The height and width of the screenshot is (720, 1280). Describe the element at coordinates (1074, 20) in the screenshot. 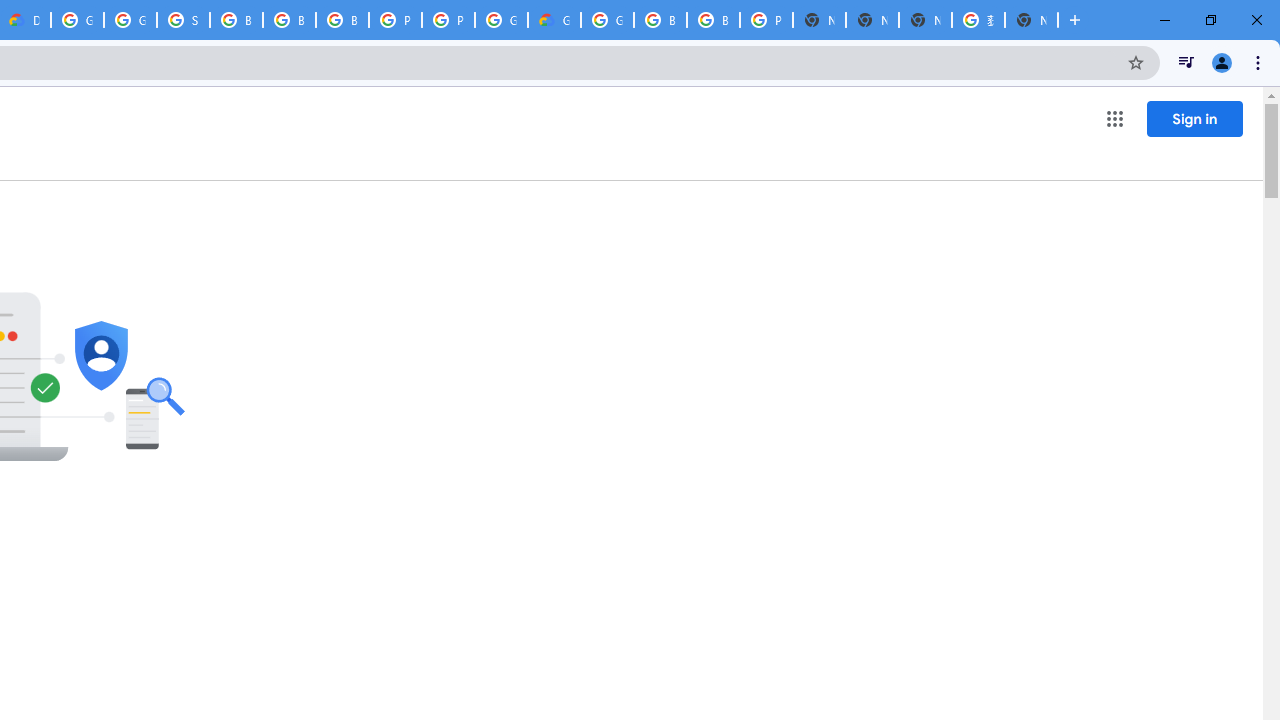

I see `'New Tab'` at that location.